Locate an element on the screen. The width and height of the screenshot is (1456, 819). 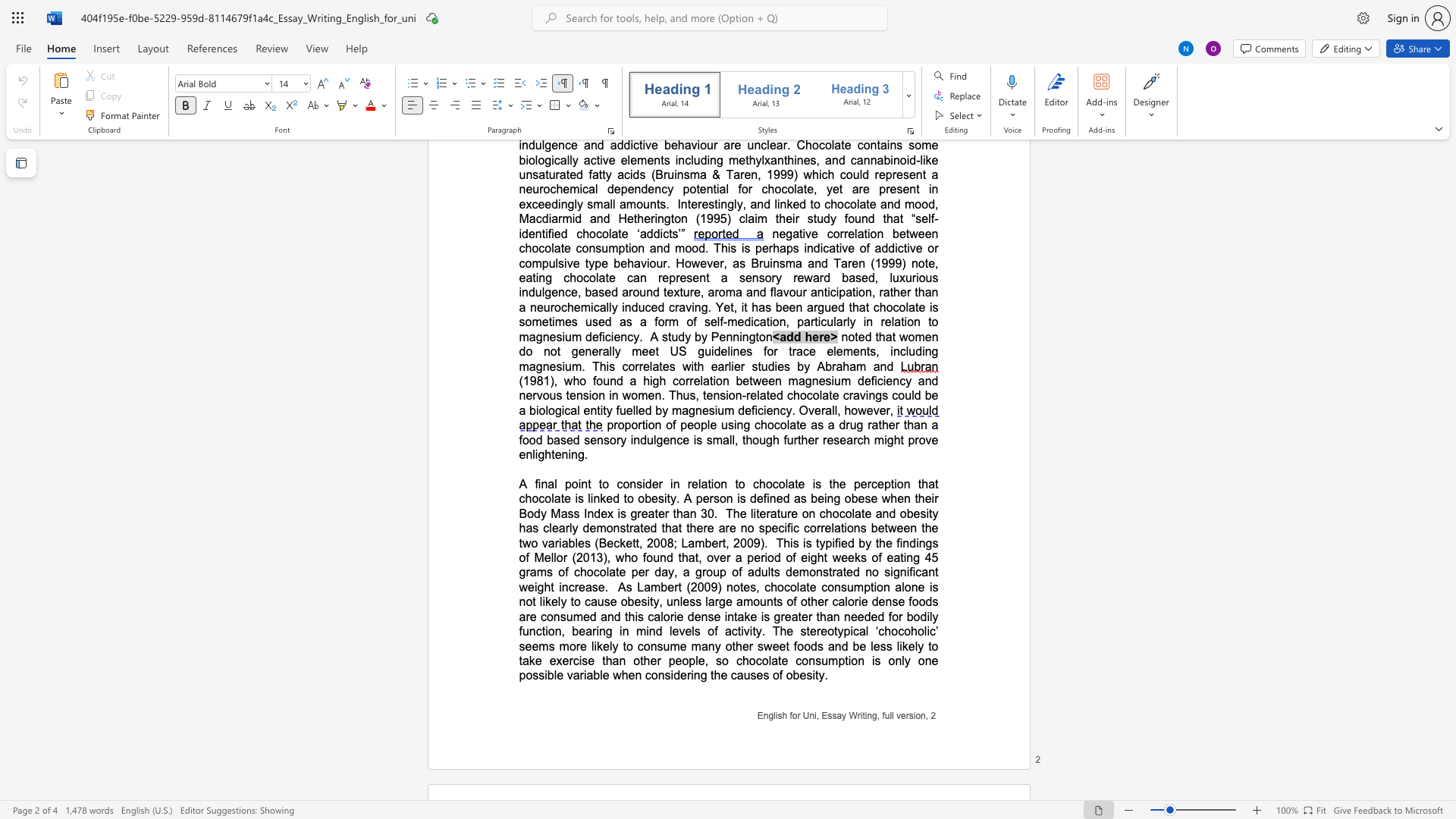
the subset text "int" within the text "A final point" is located at coordinates (577, 484).